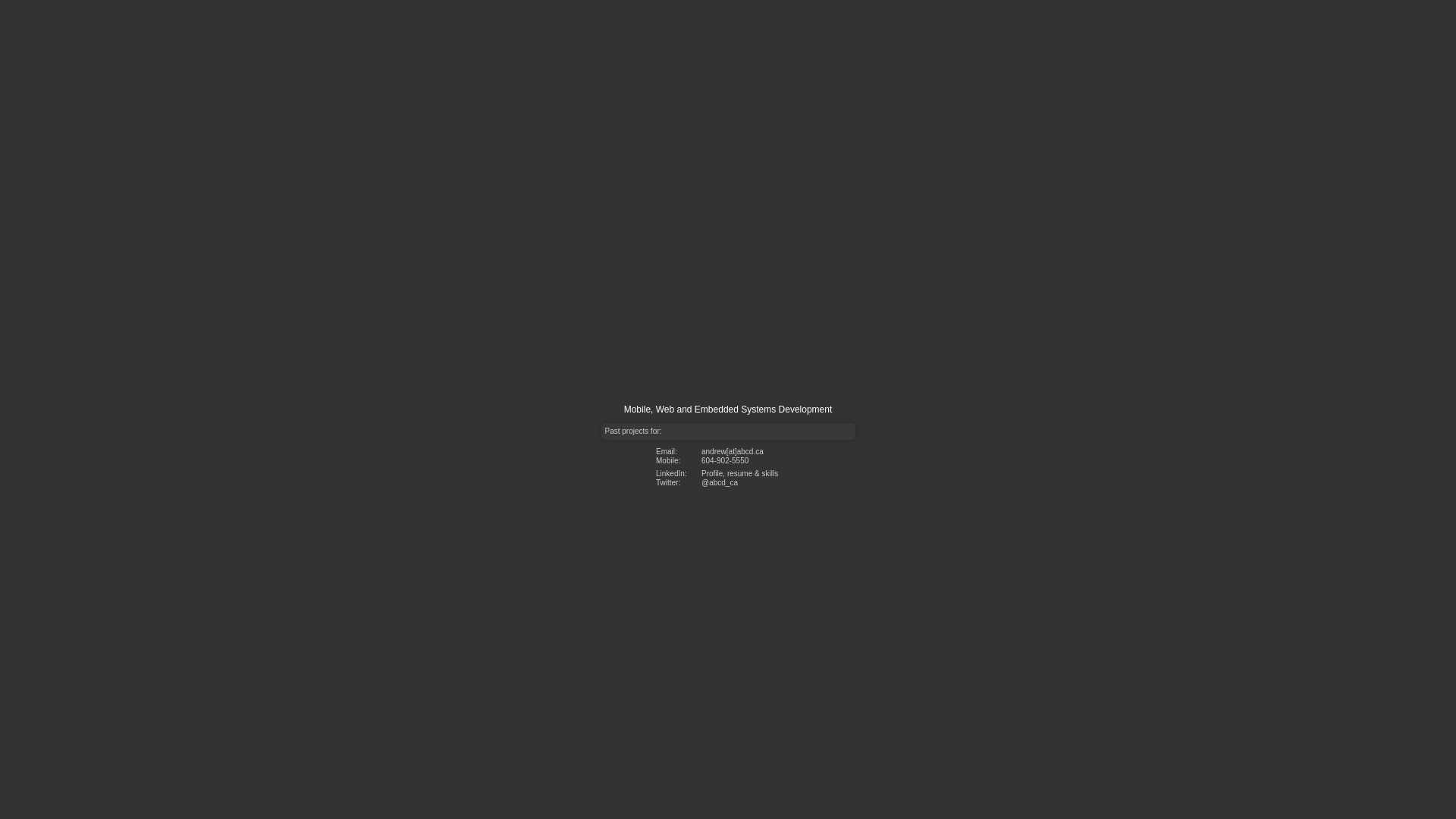  What do you see at coordinates (701, 472) in the screenshot?
I see `'Profile, resume & skills'` at bounding box center [701, 472].